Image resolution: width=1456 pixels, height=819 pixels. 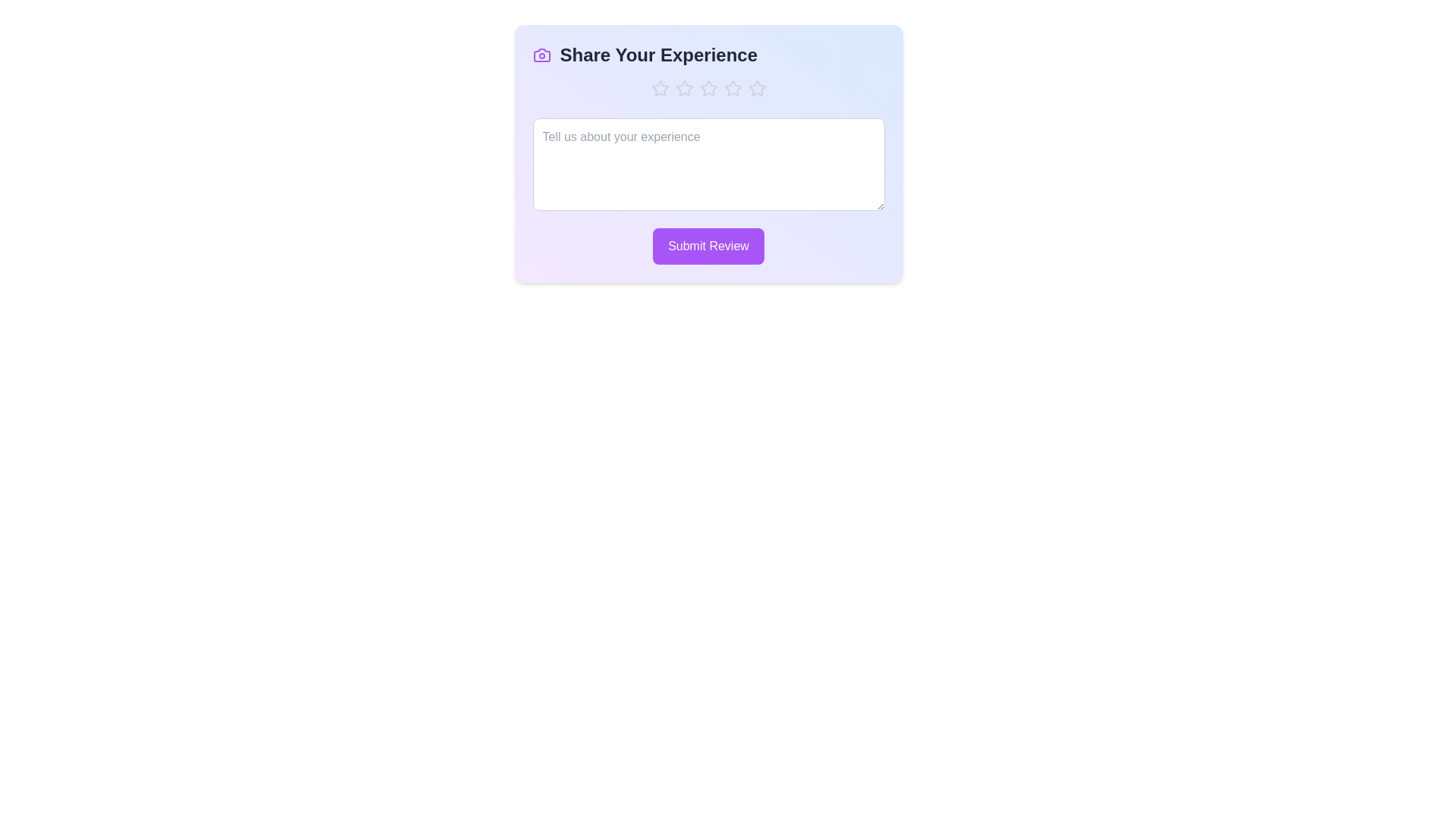 What do you see at coordinates (541, 55) in the screenshot?
I see `the camera icon to interact with it` at bounding box center [541, 55].